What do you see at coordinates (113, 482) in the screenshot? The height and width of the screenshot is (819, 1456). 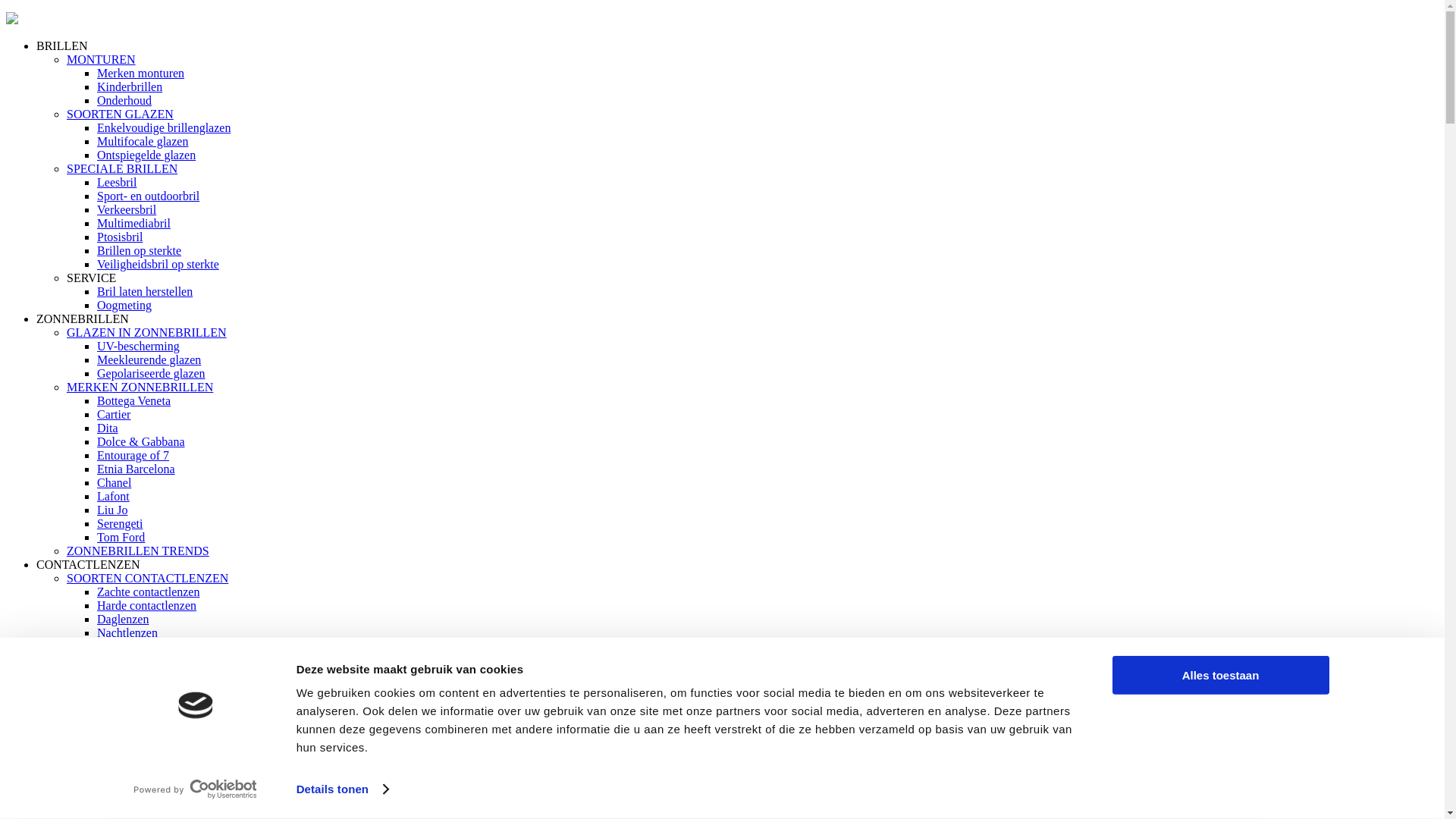 I see `'Chanel'` at bounding box center [113, 482].